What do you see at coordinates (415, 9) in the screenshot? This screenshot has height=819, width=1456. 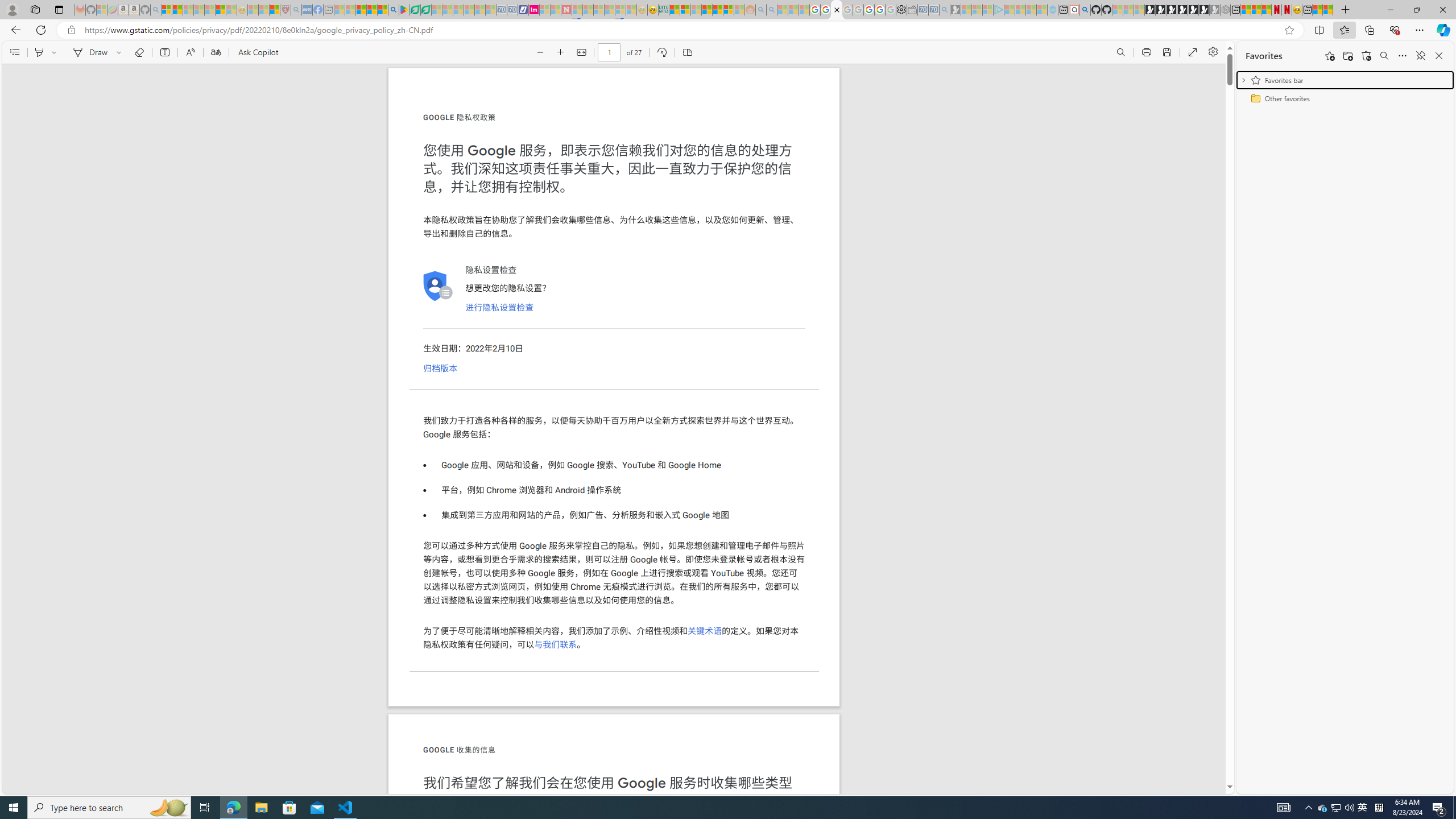 I see `'Terms of Use Agreement'` at bounding box center [415, 9].